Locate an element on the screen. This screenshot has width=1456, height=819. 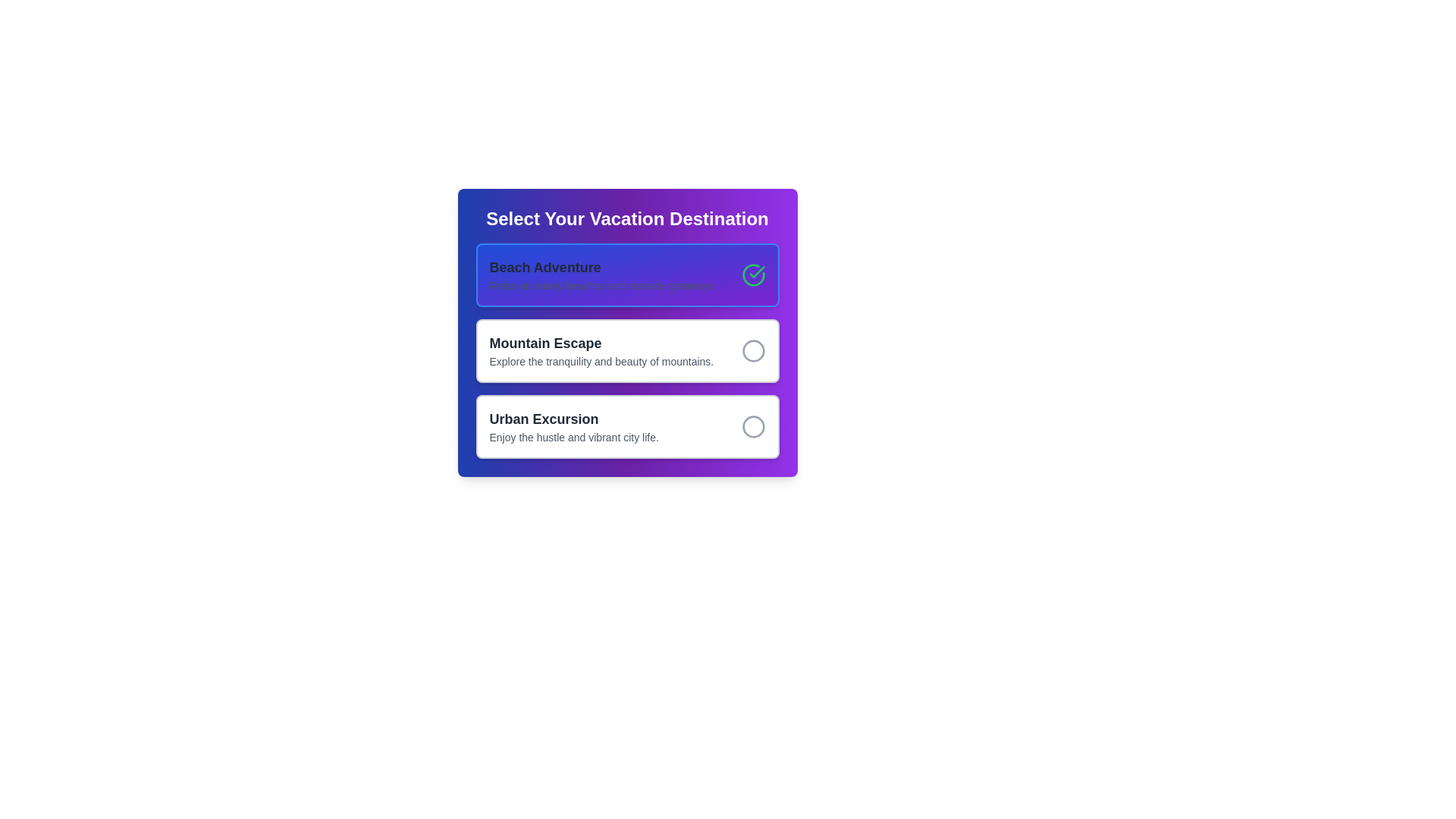
information displayed in the text block that includes 'Urban Excursion' and 'Enjoy the hustle and vibrant city life.' is located at coordinates (573, 427).